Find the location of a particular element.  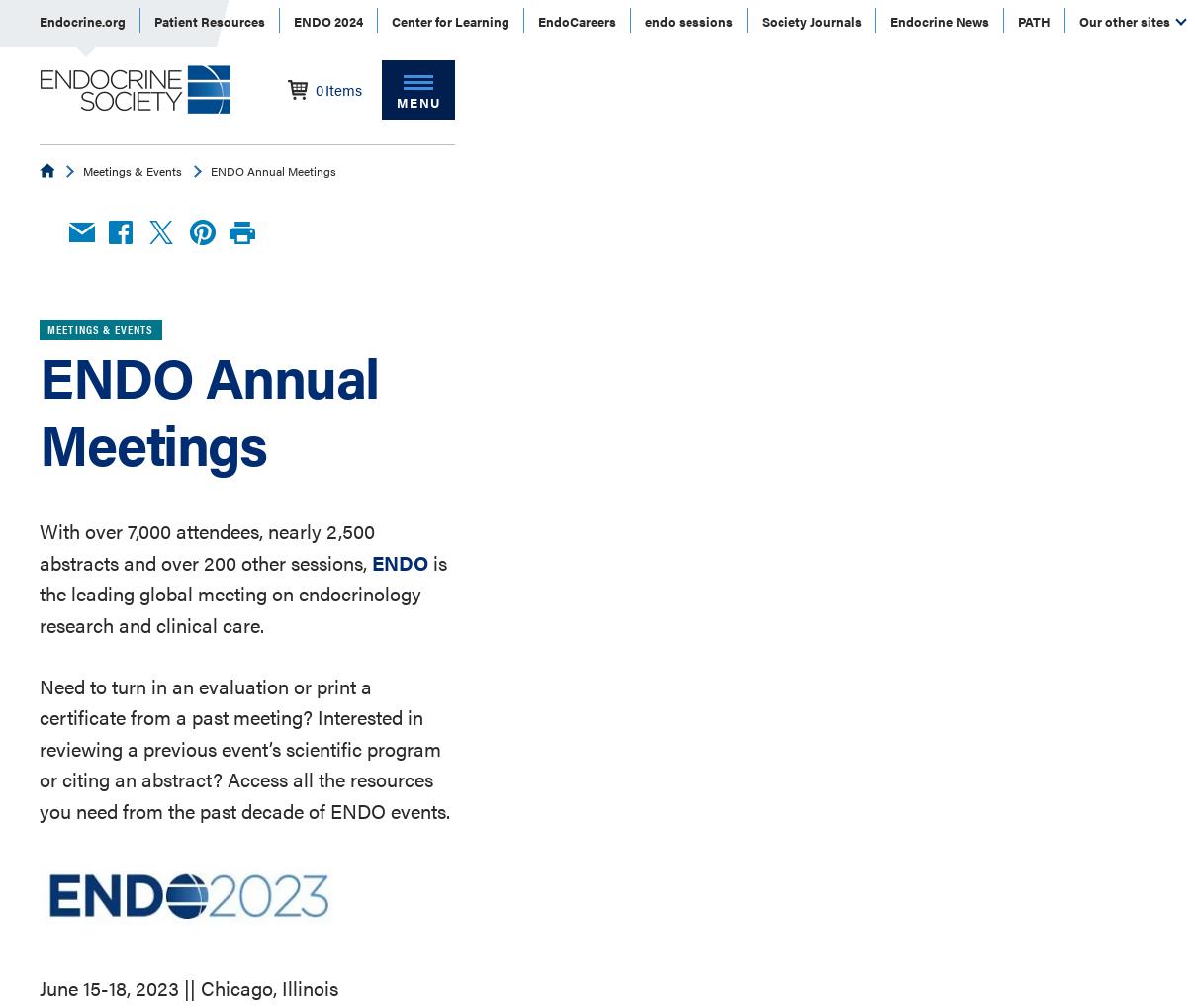

'is the leading global meeting on endocrinology research and clinical care.' is located at coordinates (242, 592).